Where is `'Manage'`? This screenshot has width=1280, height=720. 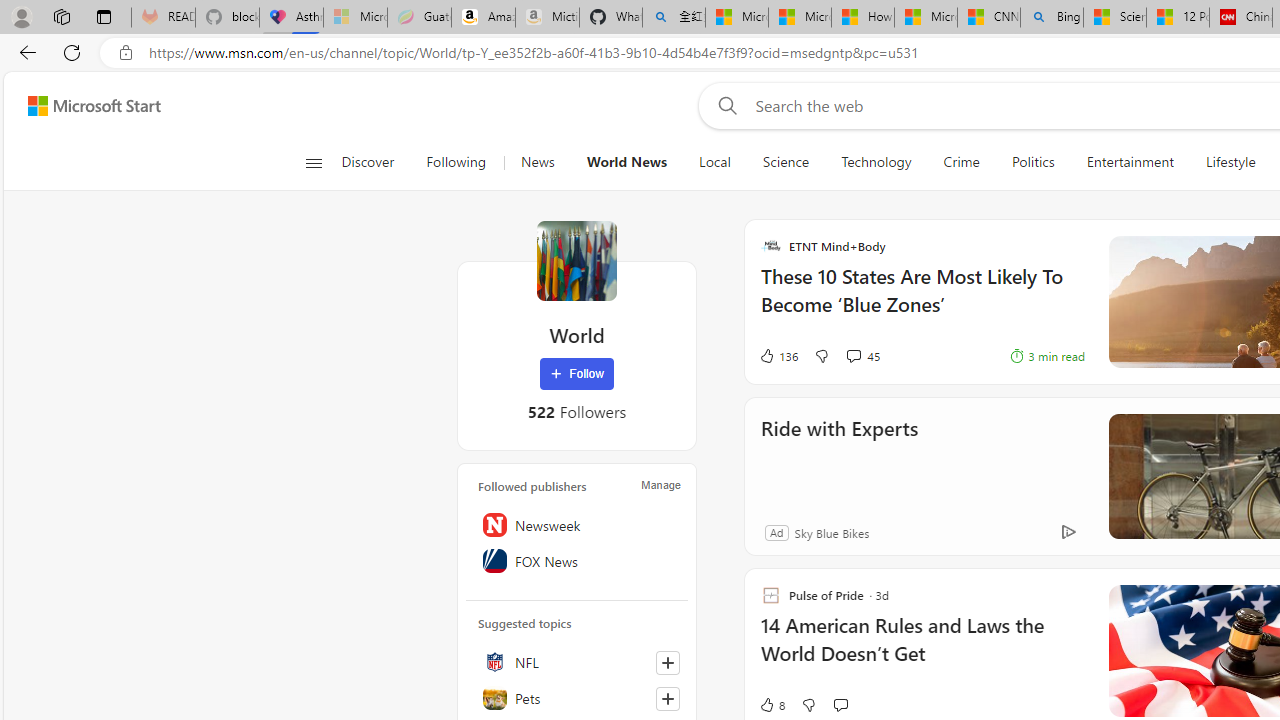
'Manage' is located at coordinates (661, 484).